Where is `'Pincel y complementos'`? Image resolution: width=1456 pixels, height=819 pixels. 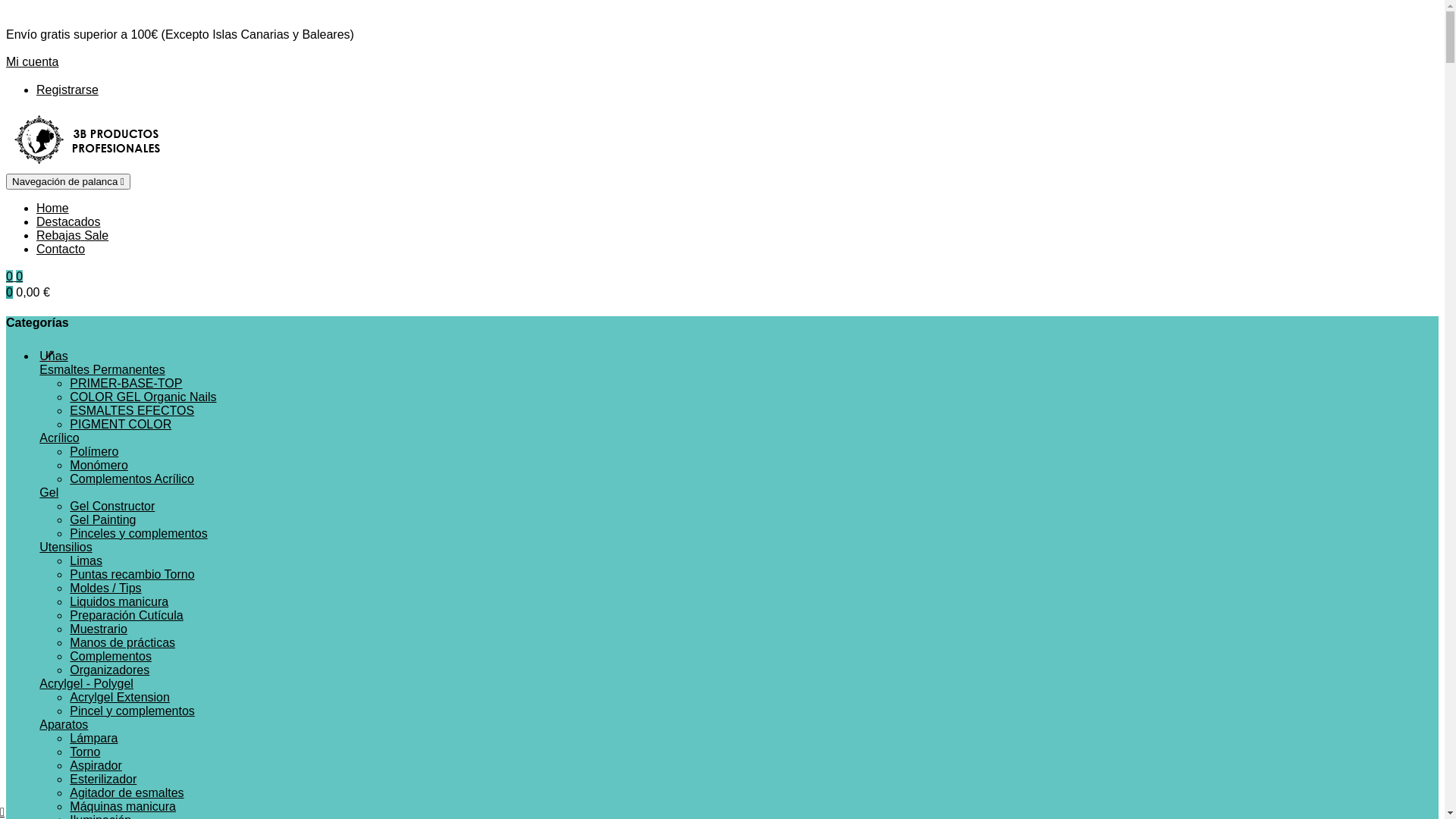
'Pincel y complementos' is located at coordinates (132, 711).